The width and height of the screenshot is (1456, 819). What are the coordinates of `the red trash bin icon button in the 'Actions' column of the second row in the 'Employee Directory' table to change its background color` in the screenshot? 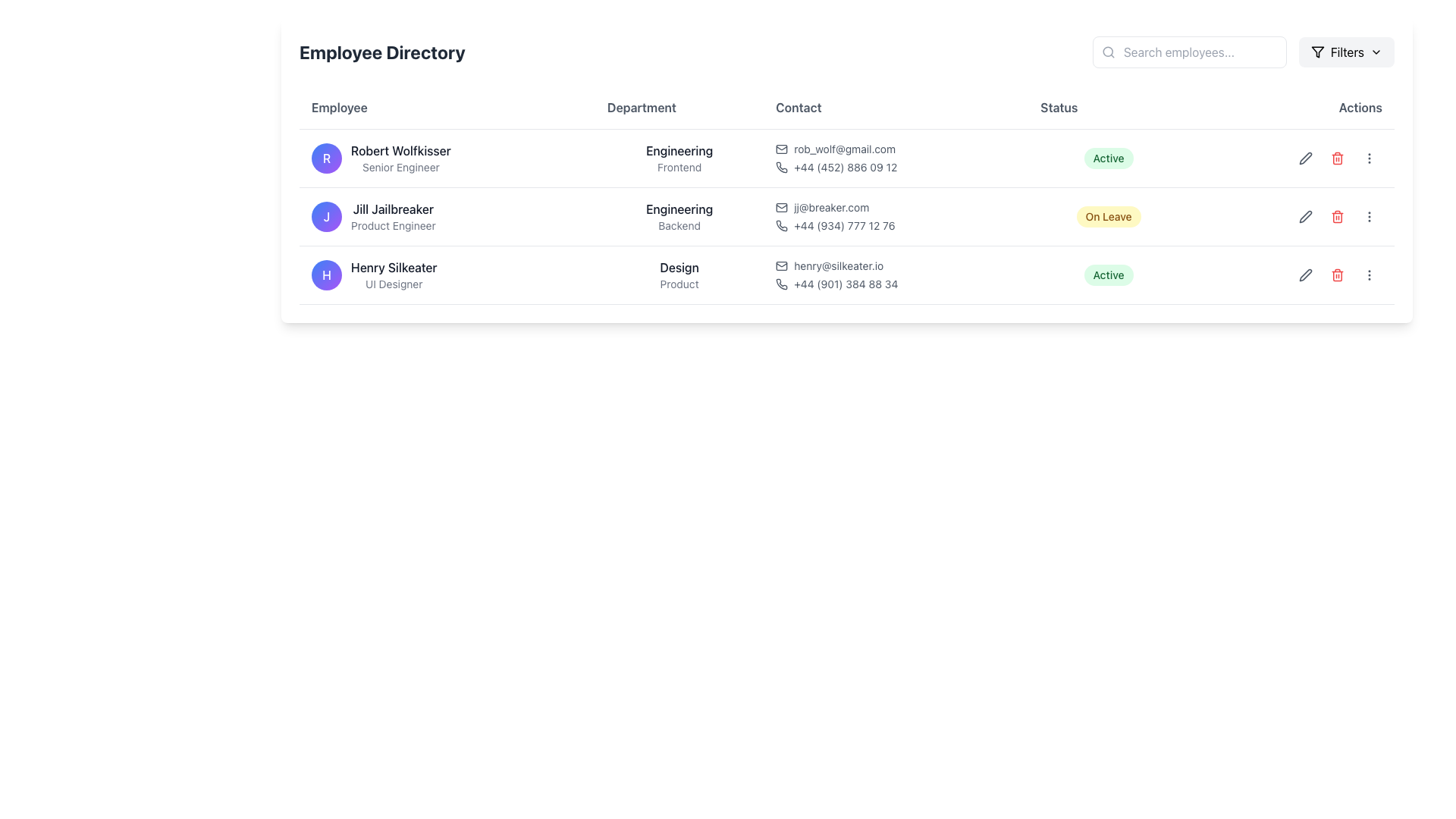 It's located at (1337, 158).